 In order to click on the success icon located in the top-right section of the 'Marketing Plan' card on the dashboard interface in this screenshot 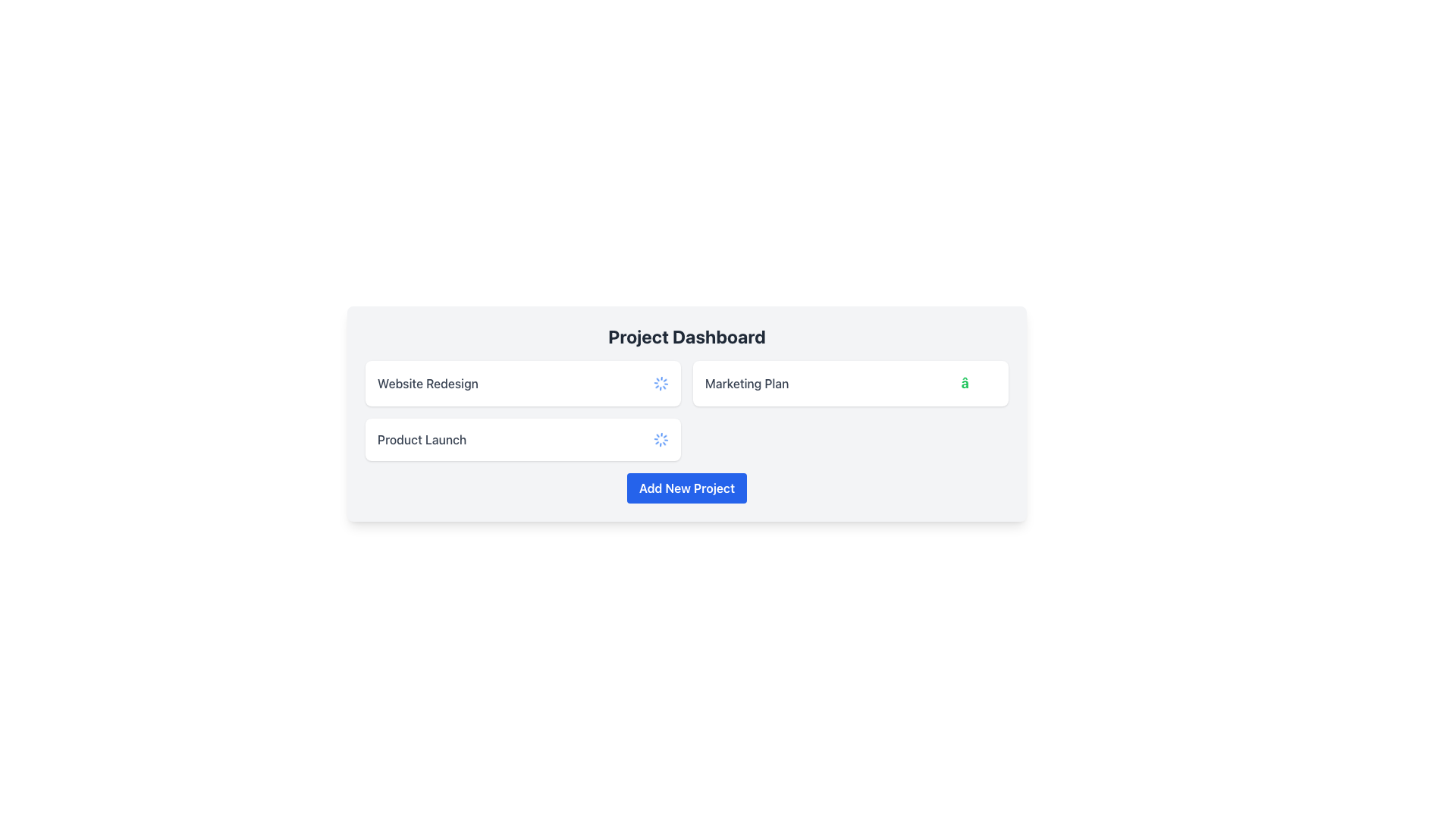, I will do `click(979, 382)`.